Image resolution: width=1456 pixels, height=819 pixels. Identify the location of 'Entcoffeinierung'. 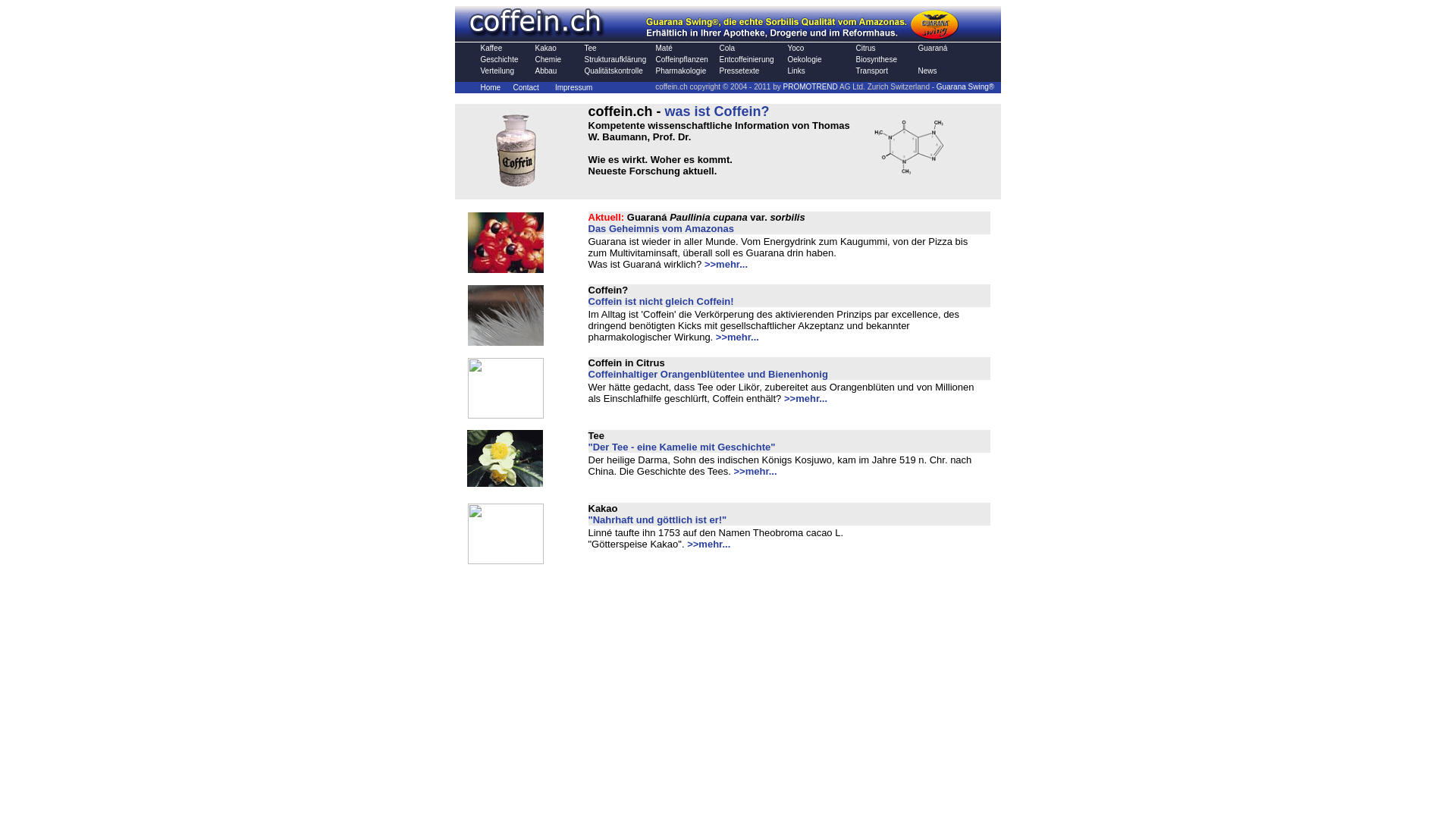
(745, 58).